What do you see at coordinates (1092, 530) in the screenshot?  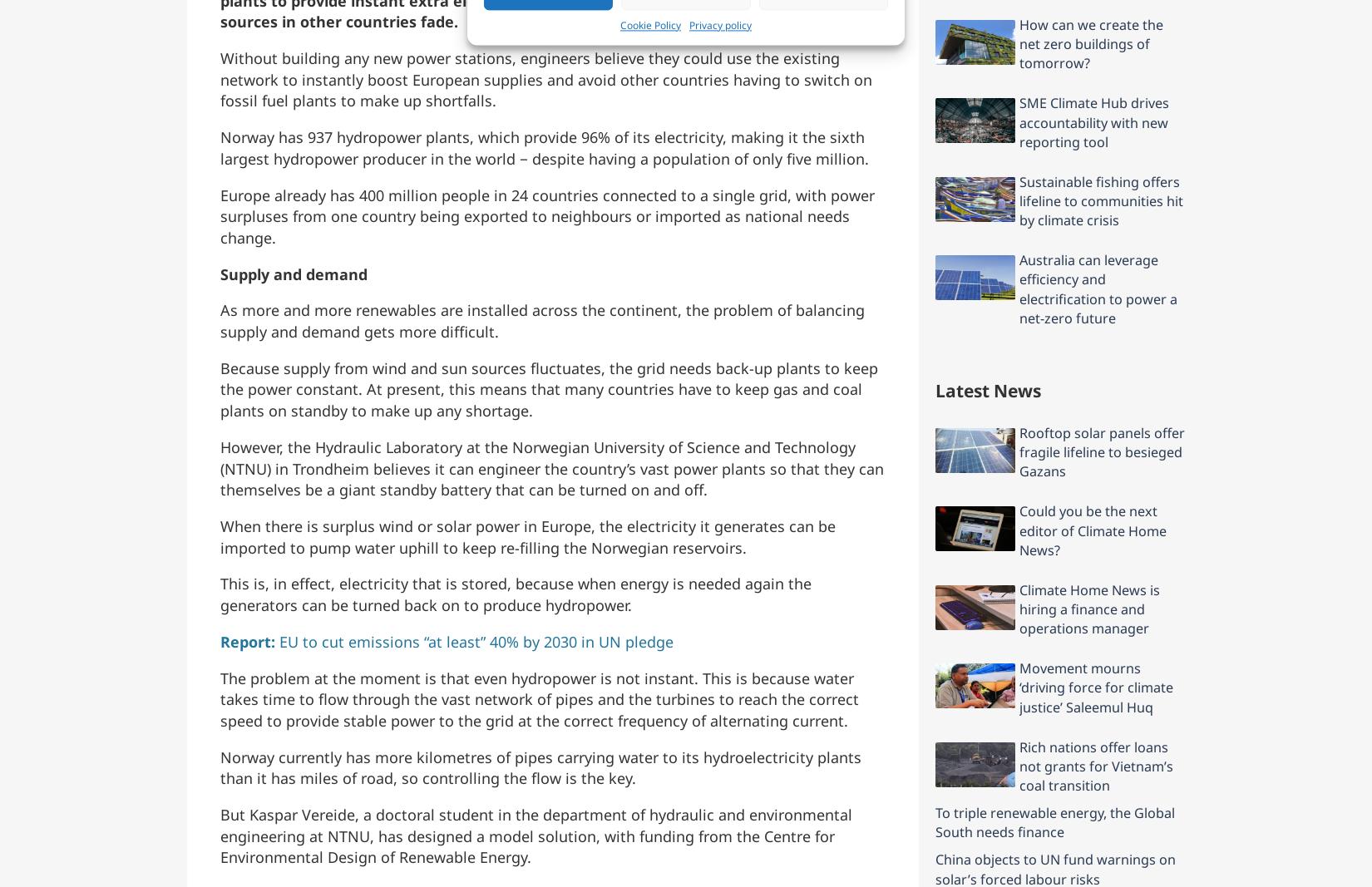 I see `'Could you be the next editor of Climate Home News?'` at bounding box center [1092, 530].